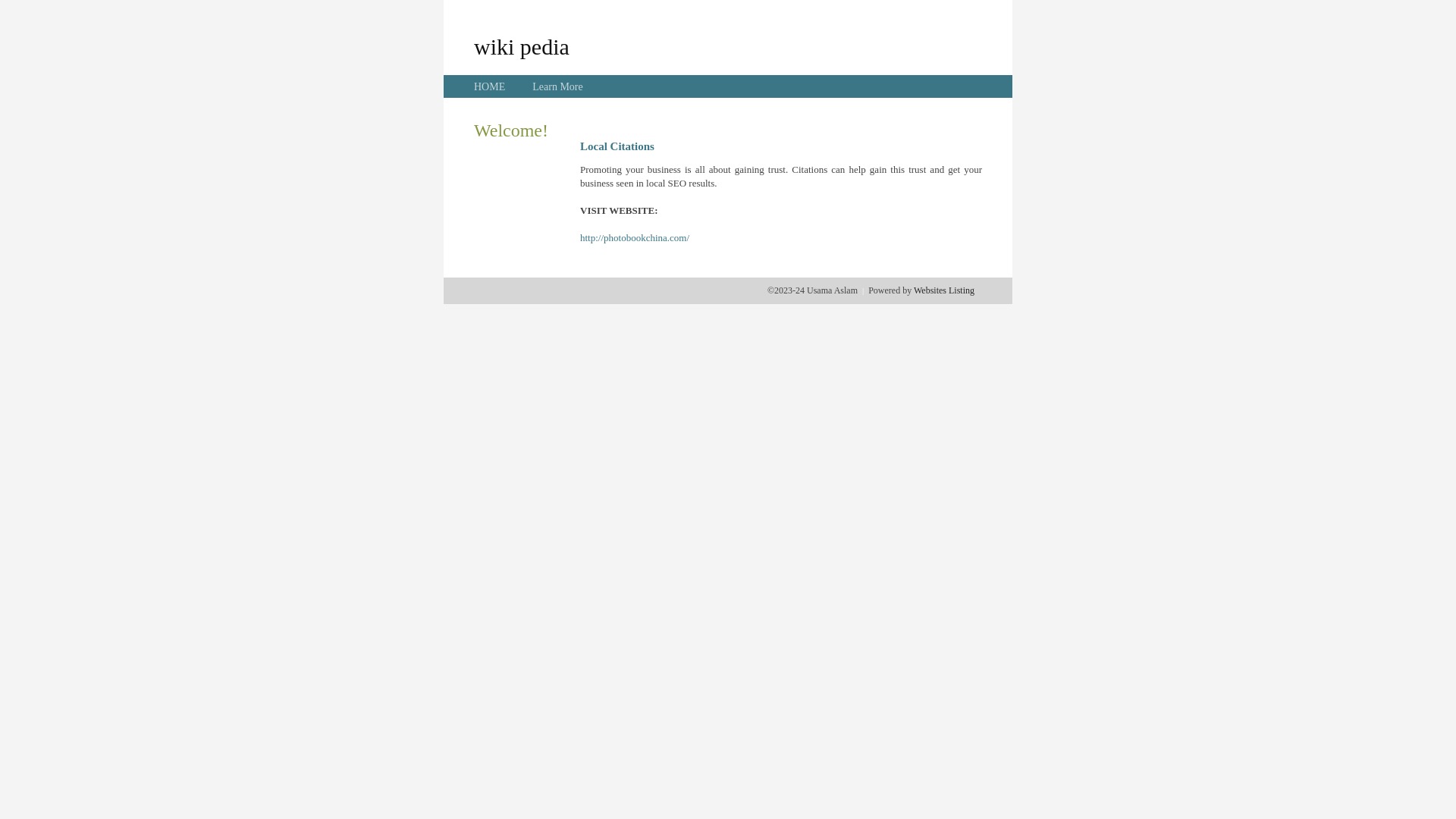 This screenshot has width=1456, height=819. What do you see at coordinates (489, 86) in the screenshot?
I see `'HOME'` at bounding box center [489, 86].